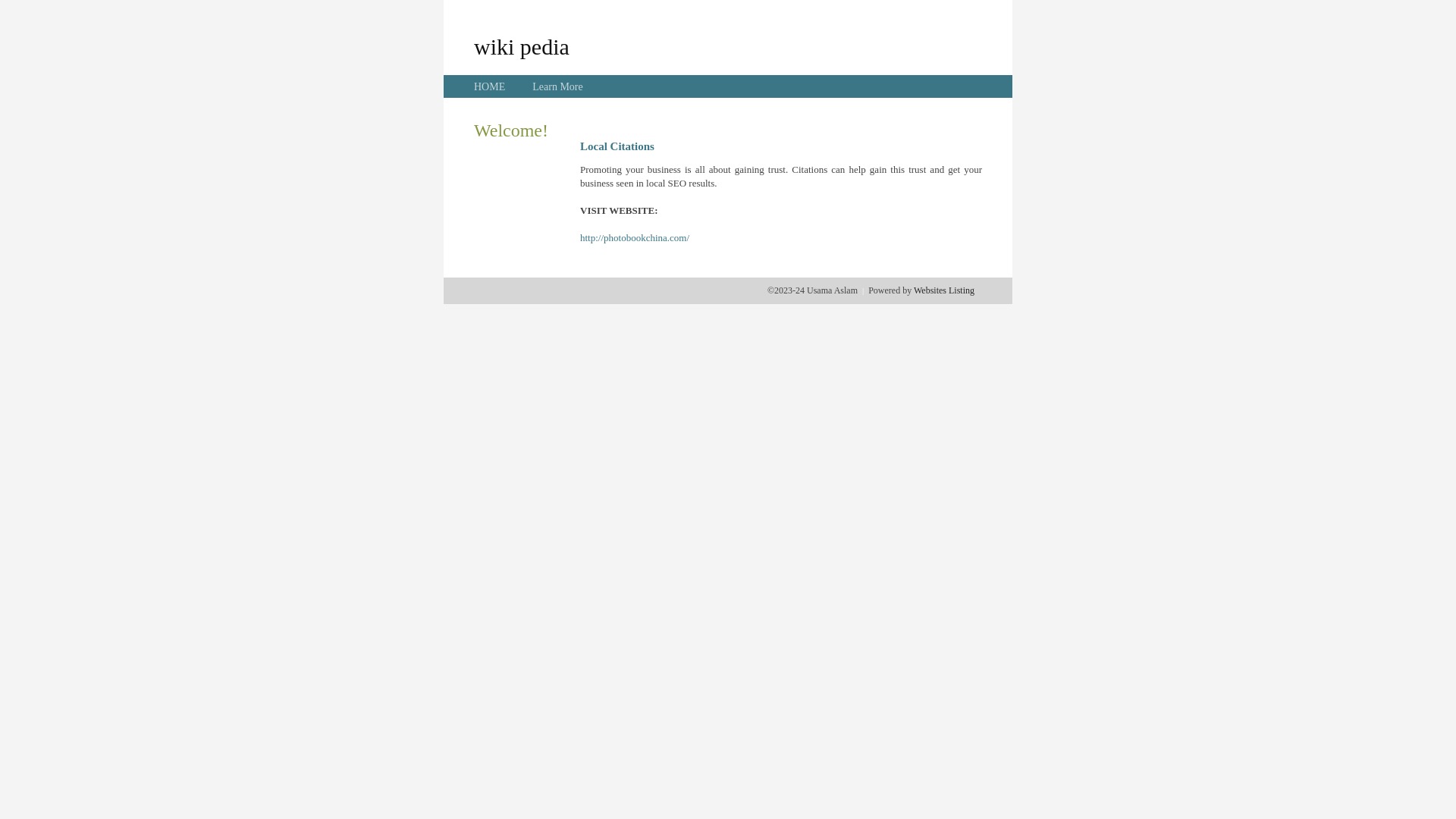 This screenshot has width=1456, height=819. What do you see at coordinates (489, 86) in the screenshot?
I see `'HOME'` at bounding box center [489, 86].